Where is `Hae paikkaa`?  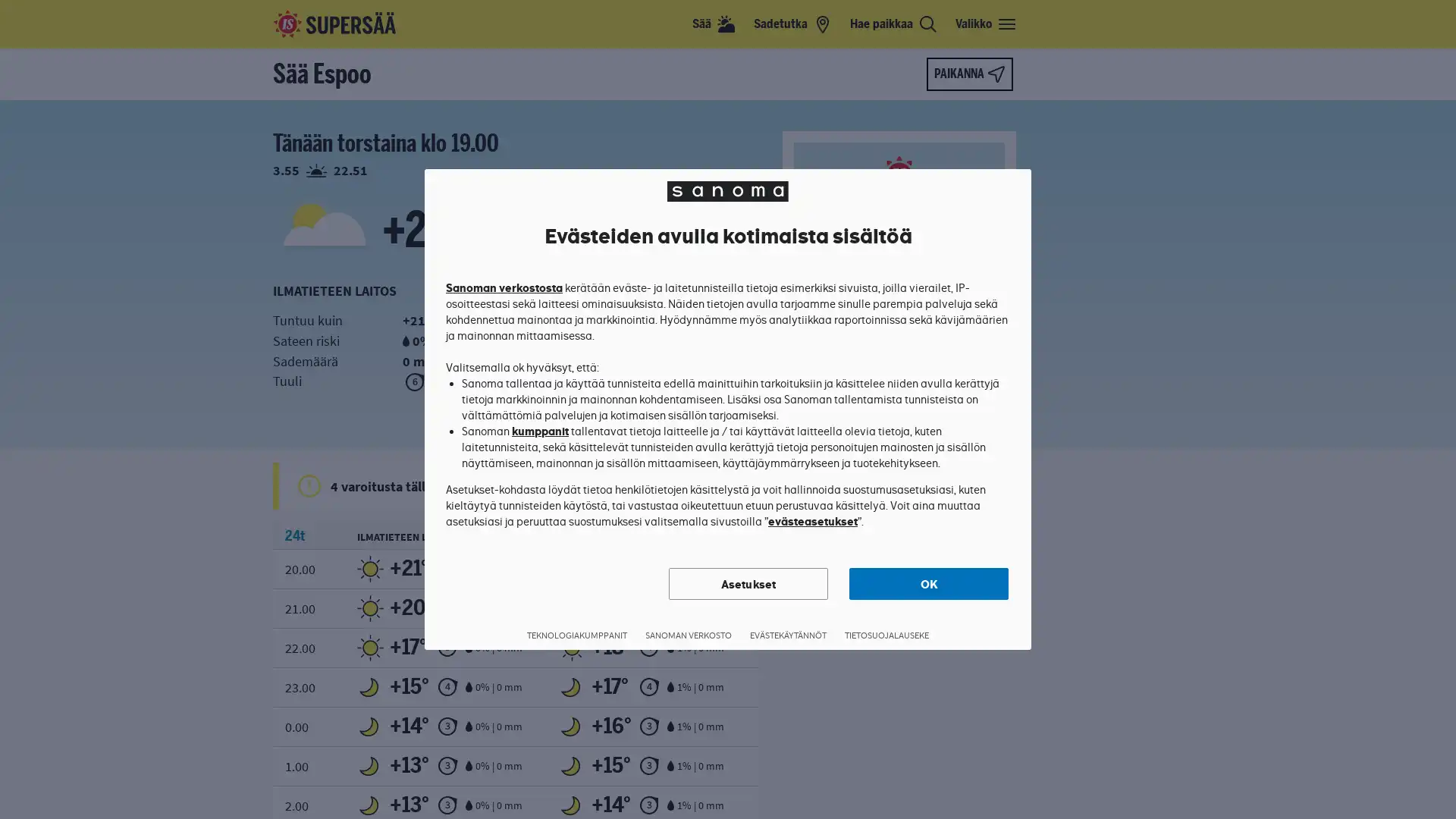
Hae paikkaa is located at coordinates (893, 24).